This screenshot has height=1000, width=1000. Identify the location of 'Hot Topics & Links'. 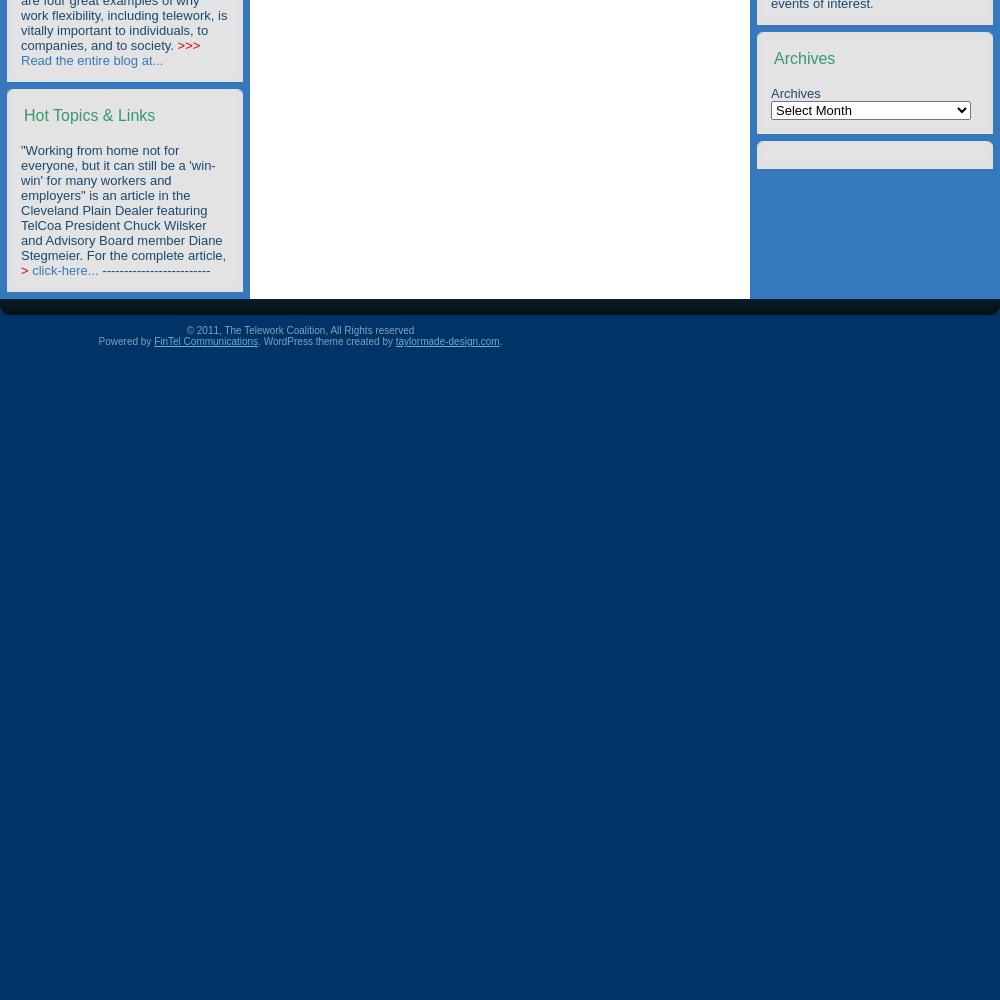
(88, 114).